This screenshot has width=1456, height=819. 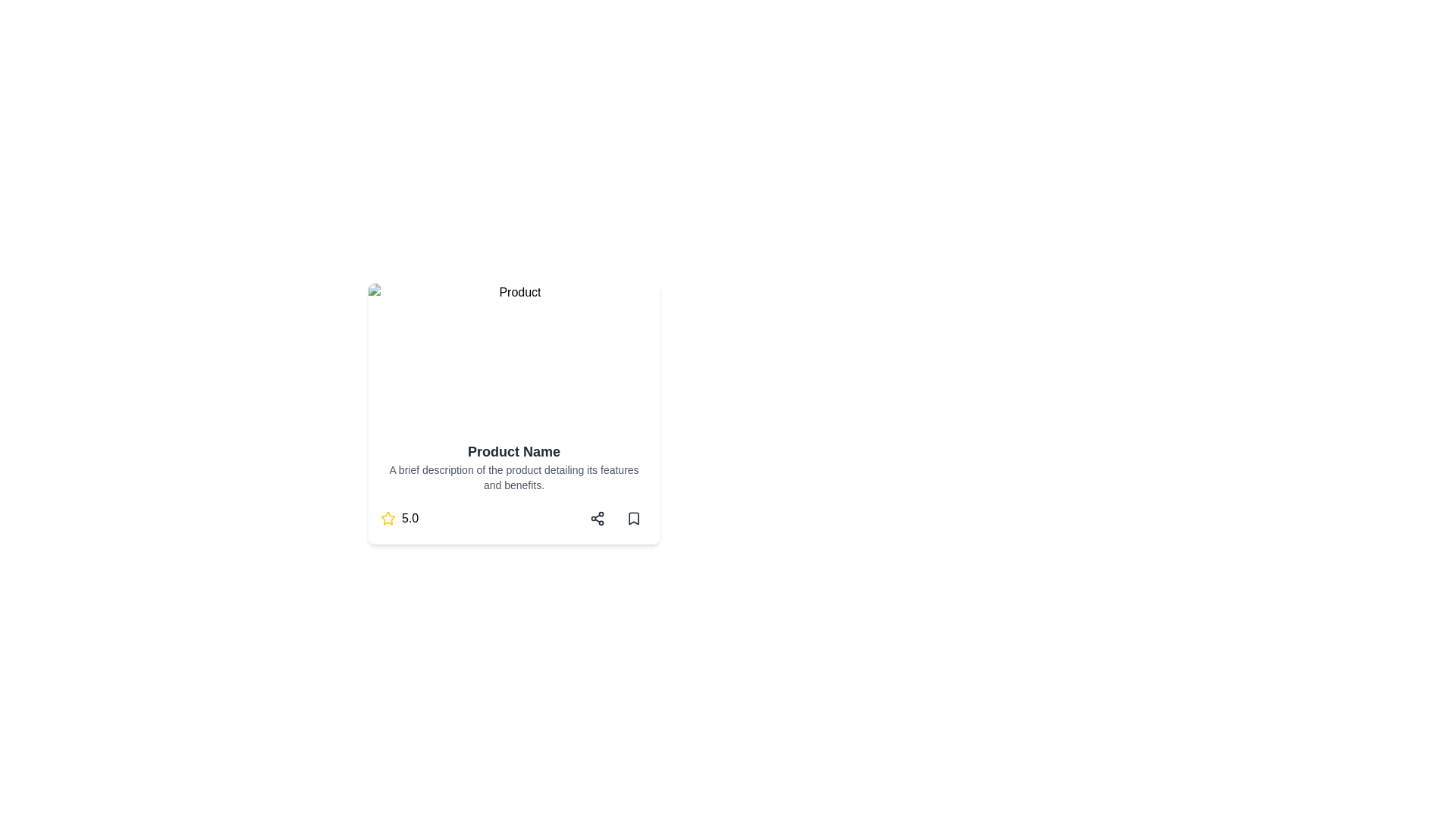 I want to click on the leftmost button in the group of horizontally aligned interactive buttons located at the bottom-right section of the product card layout, which functions as a sharing action button, so click(x=596, y=517).